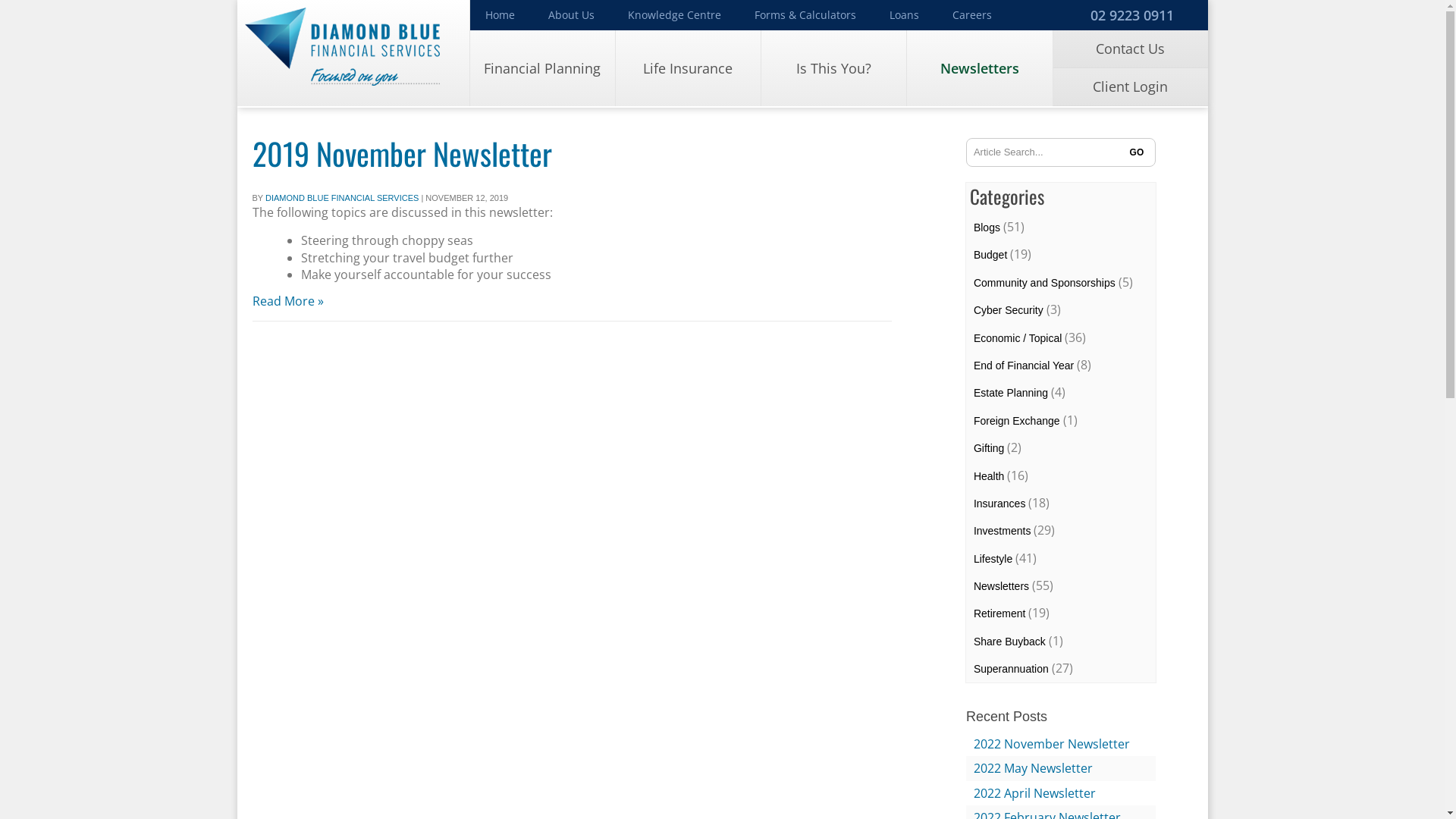  Describe the element at coordinates (1130, 14) in the screenshot. I see `'02 9223 0911'` at that location.